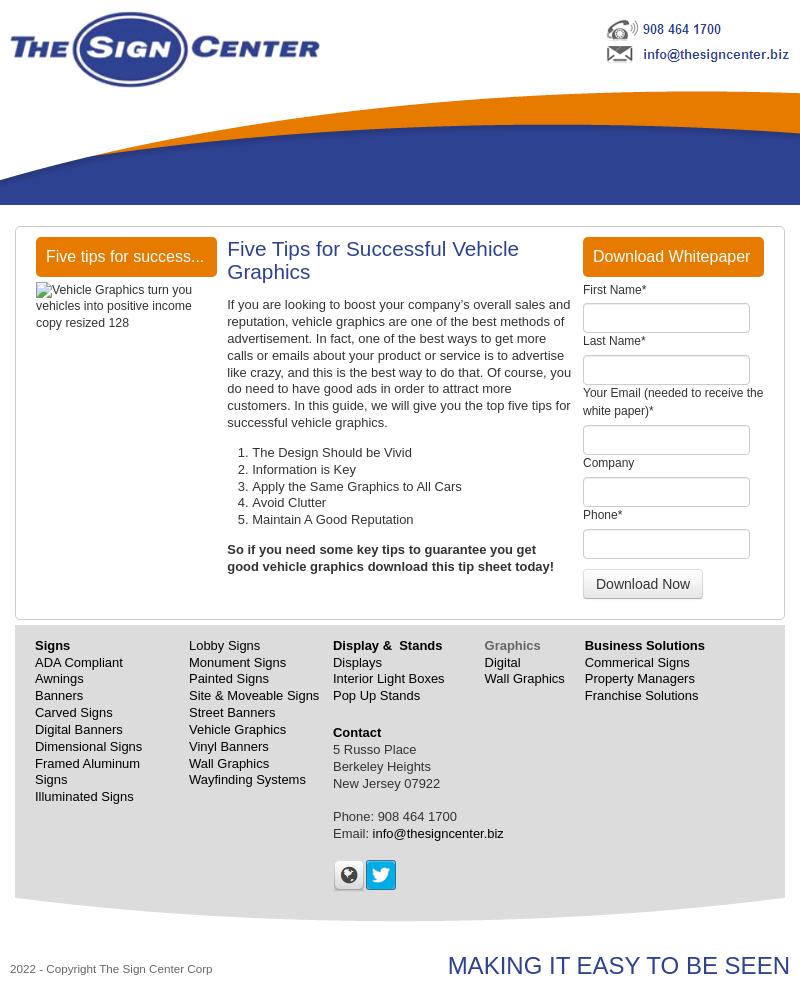  I want to click on 'First Name', so click(612, 288).